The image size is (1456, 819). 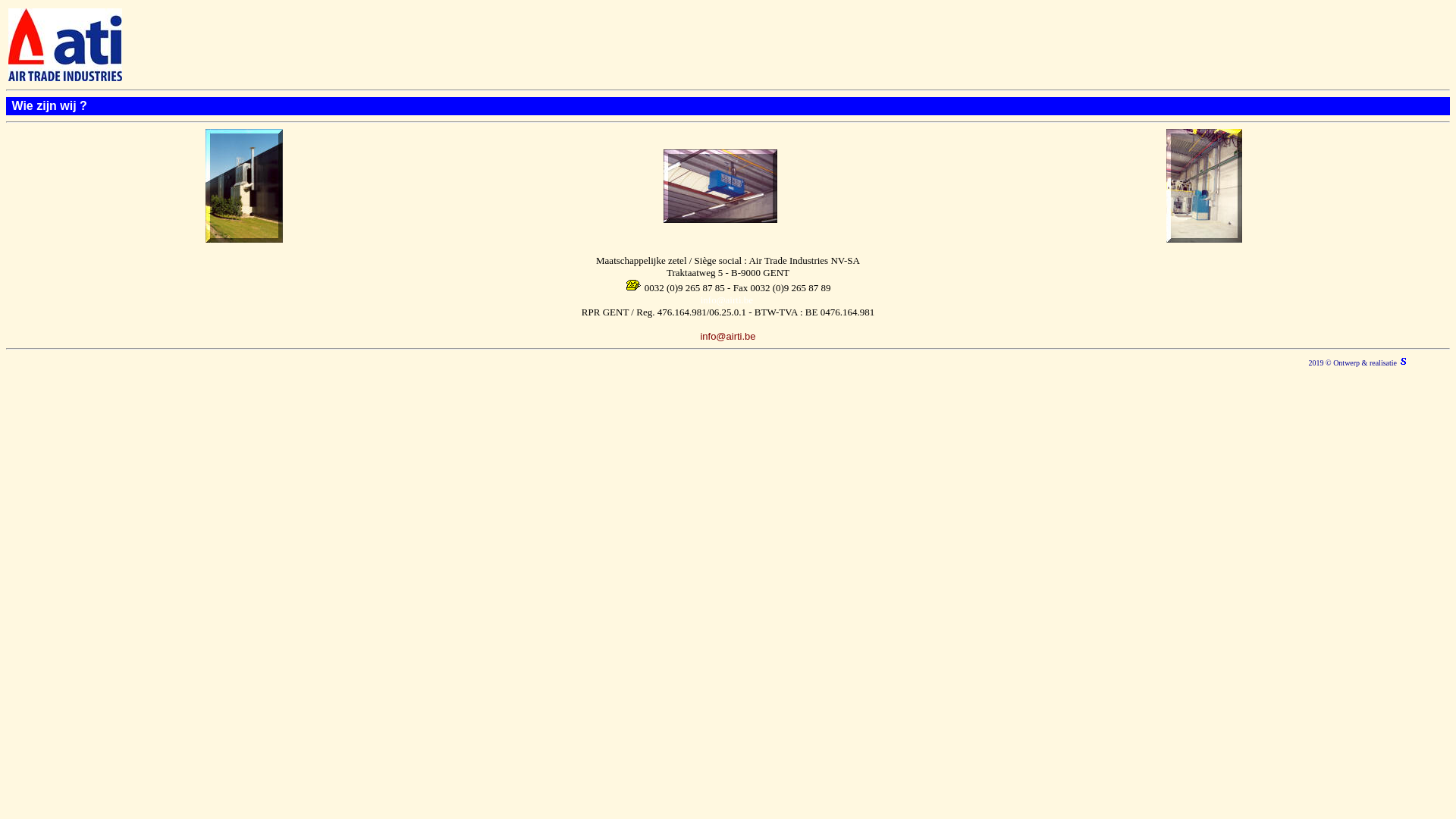 What do you see at coordinates (698, 334) in the screenshot?
I see `'info@airti.be'` at bounding box center [698, 334].